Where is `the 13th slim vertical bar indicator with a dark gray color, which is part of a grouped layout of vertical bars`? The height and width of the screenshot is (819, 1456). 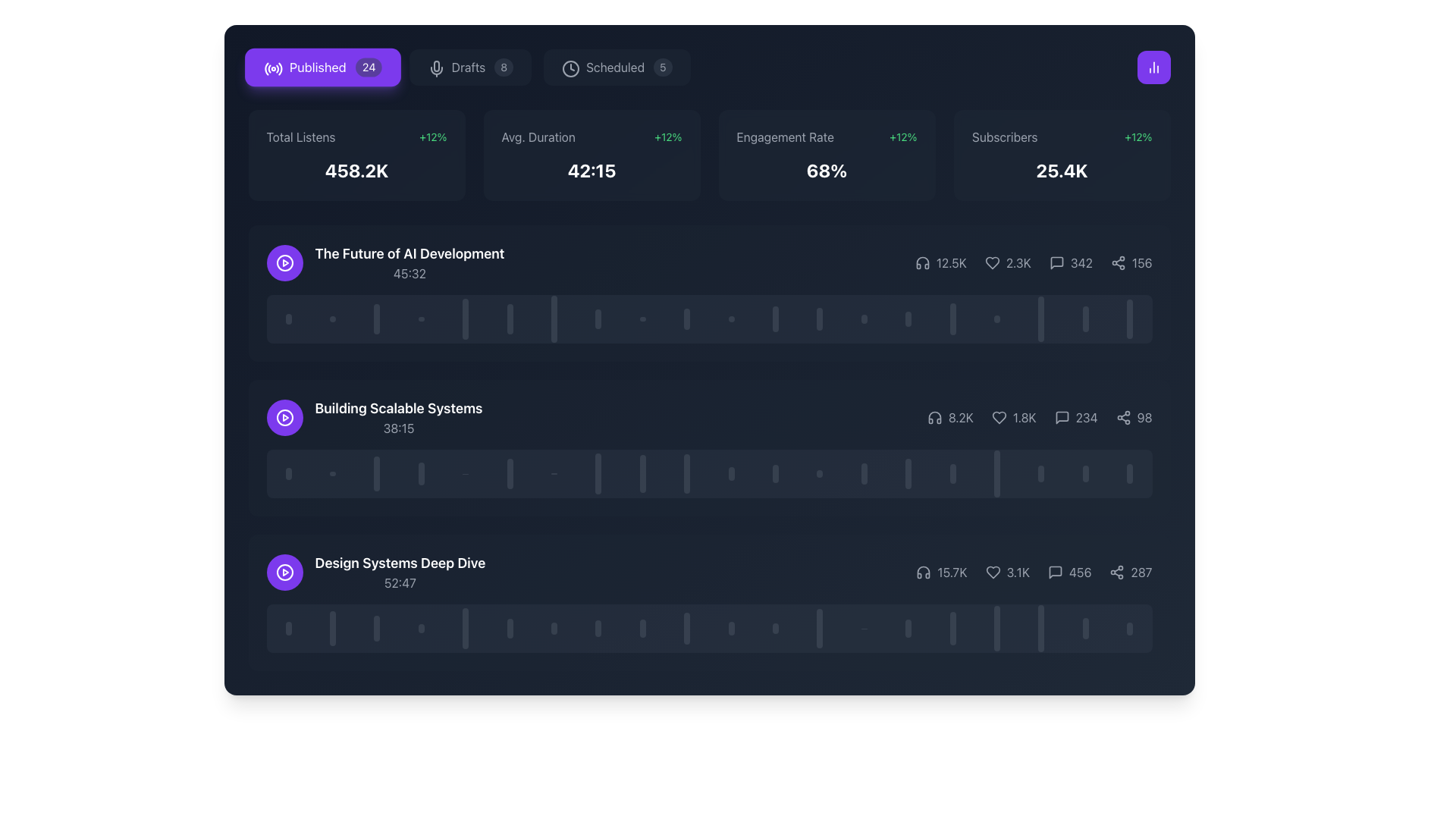 the 13th slim vertical bar indicator with a dark gray color, which is part of a grouped layout of vertical bars is located at coordinates (819, 318).